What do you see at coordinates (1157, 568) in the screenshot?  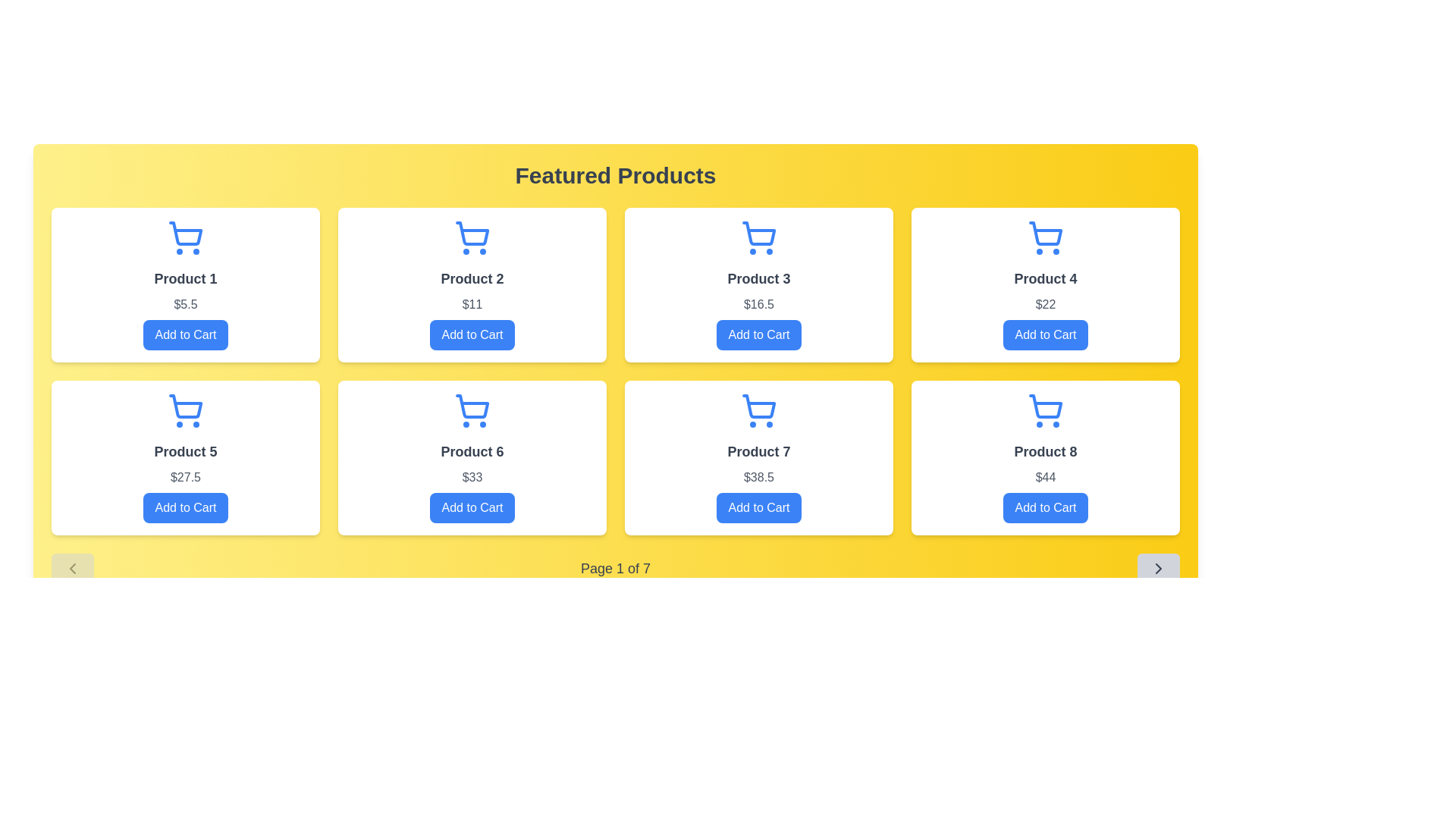 I see `the chevron right icon, which is a minimalistic dark gray outline located in a light-gray button at the bottom-right corner of the interface` at bounding box center [1157, 568].